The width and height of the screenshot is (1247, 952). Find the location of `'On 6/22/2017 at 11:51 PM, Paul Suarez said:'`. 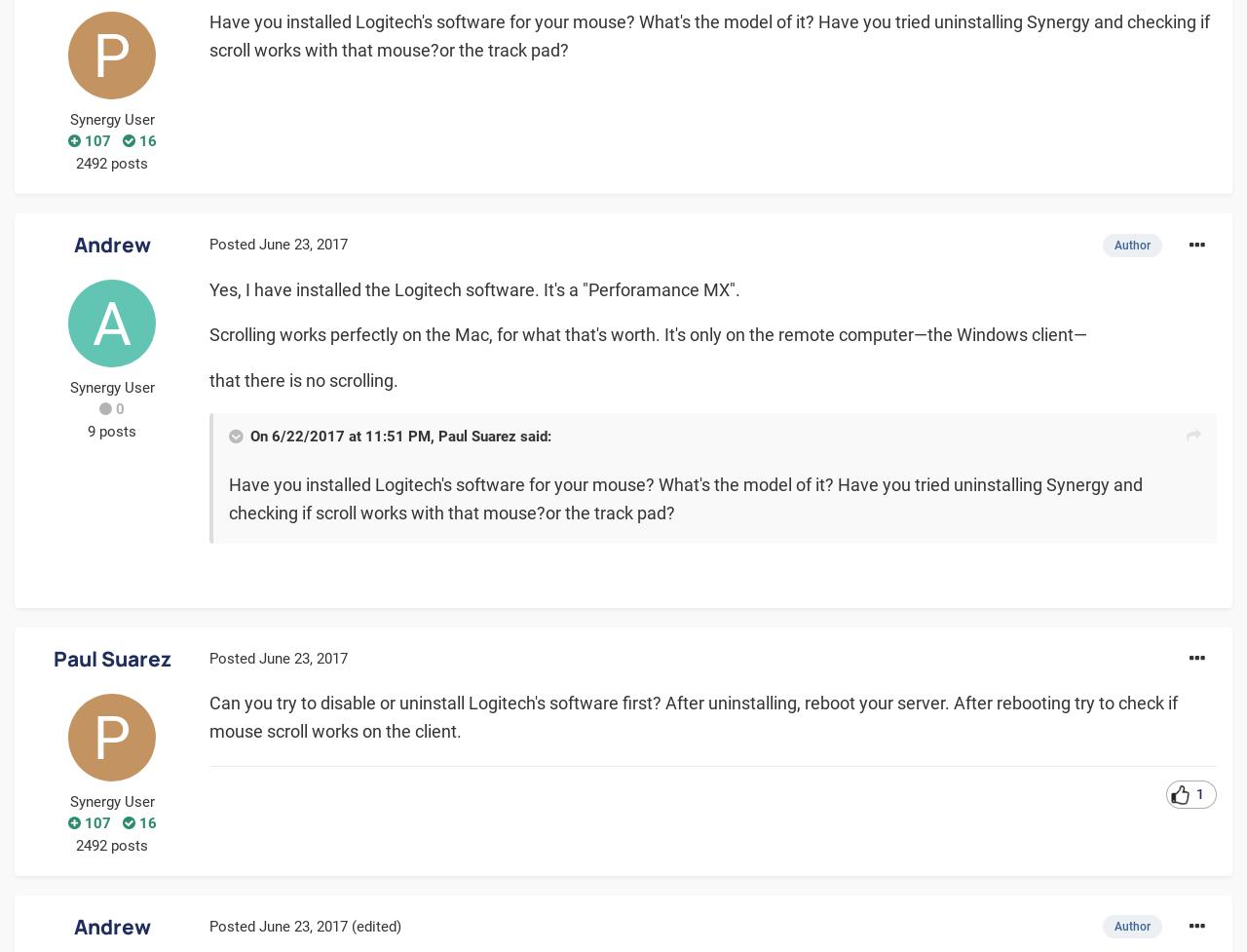

'On 6/22/2017 at 11:51 PM, Paul Suarez said:' is located at coordinates (399, 436).